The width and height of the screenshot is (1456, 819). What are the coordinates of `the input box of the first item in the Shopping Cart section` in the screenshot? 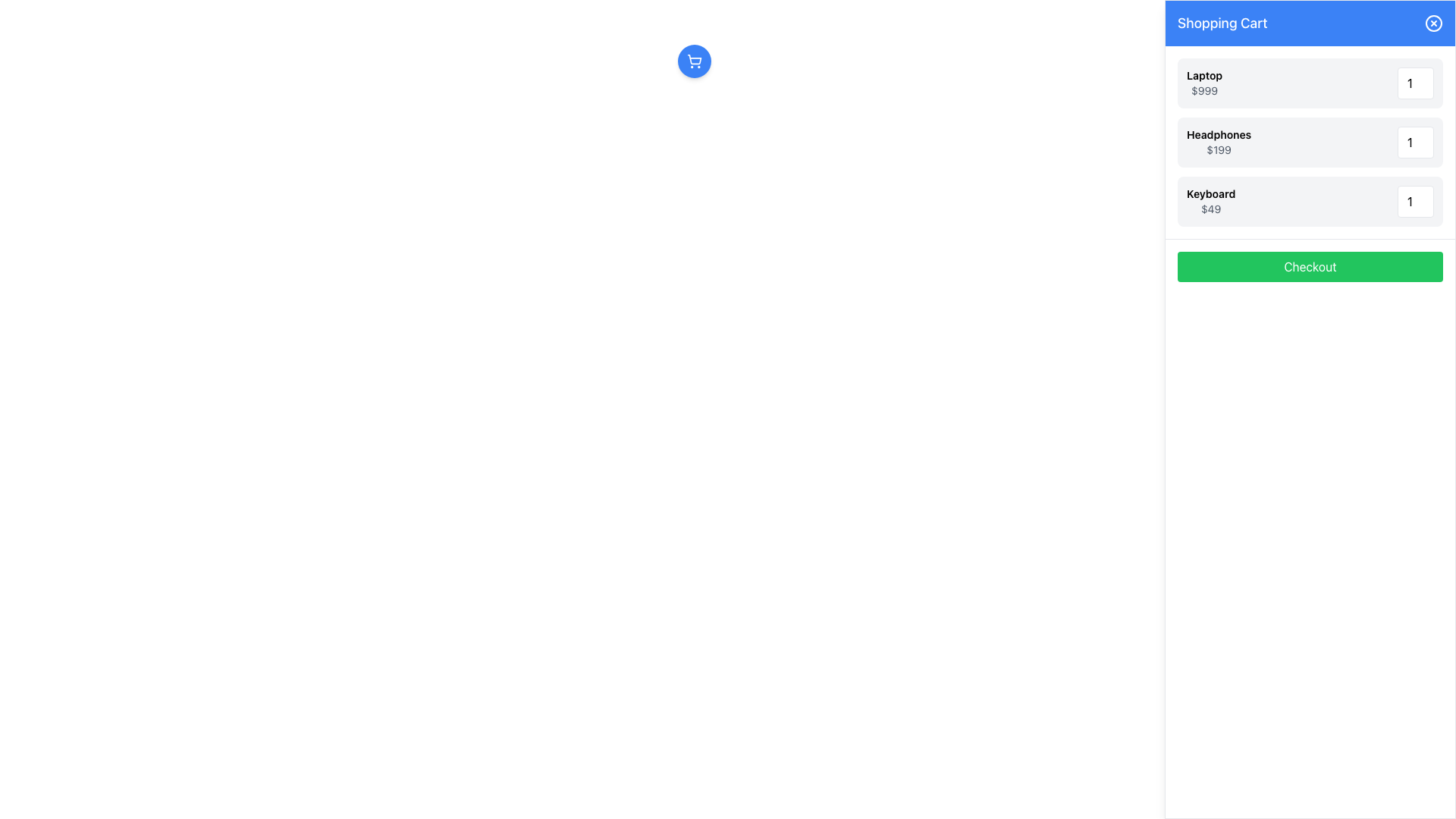 It's located at (1310, 83).